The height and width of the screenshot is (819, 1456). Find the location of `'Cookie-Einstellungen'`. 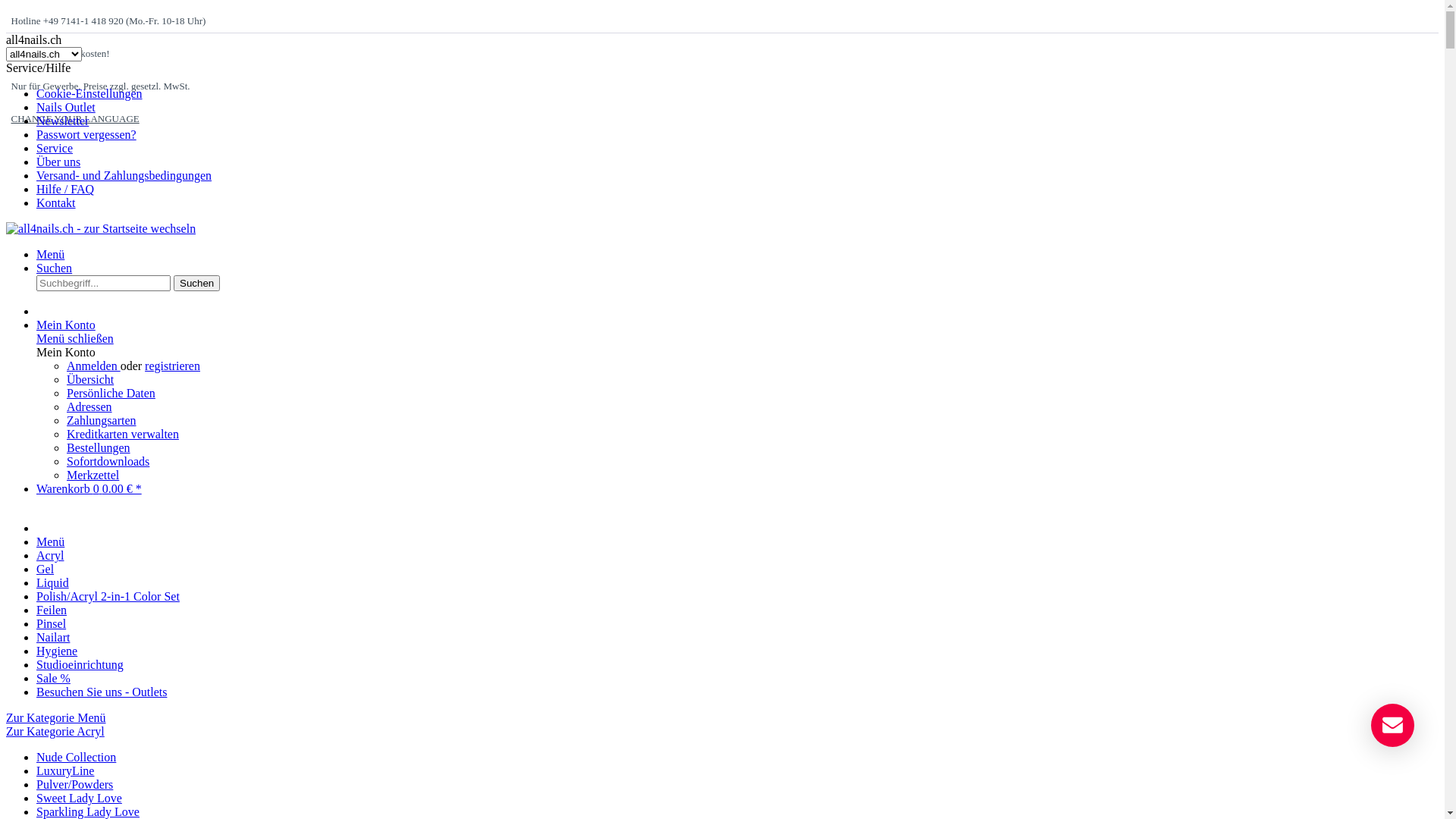

'Cookie-Einstellungen' is located at coordinates (89, 93).